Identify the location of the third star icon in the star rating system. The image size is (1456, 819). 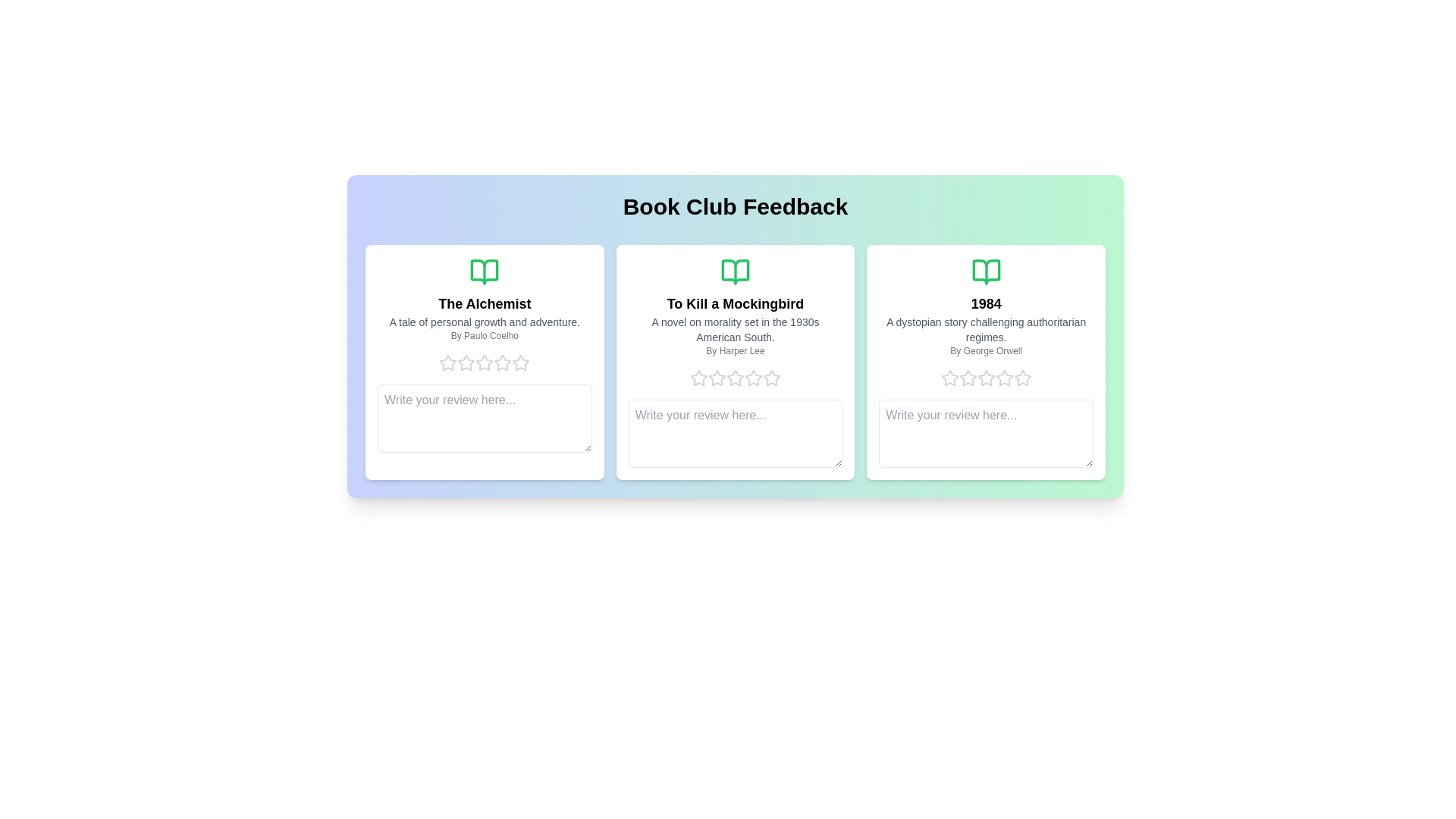
(967, 377).